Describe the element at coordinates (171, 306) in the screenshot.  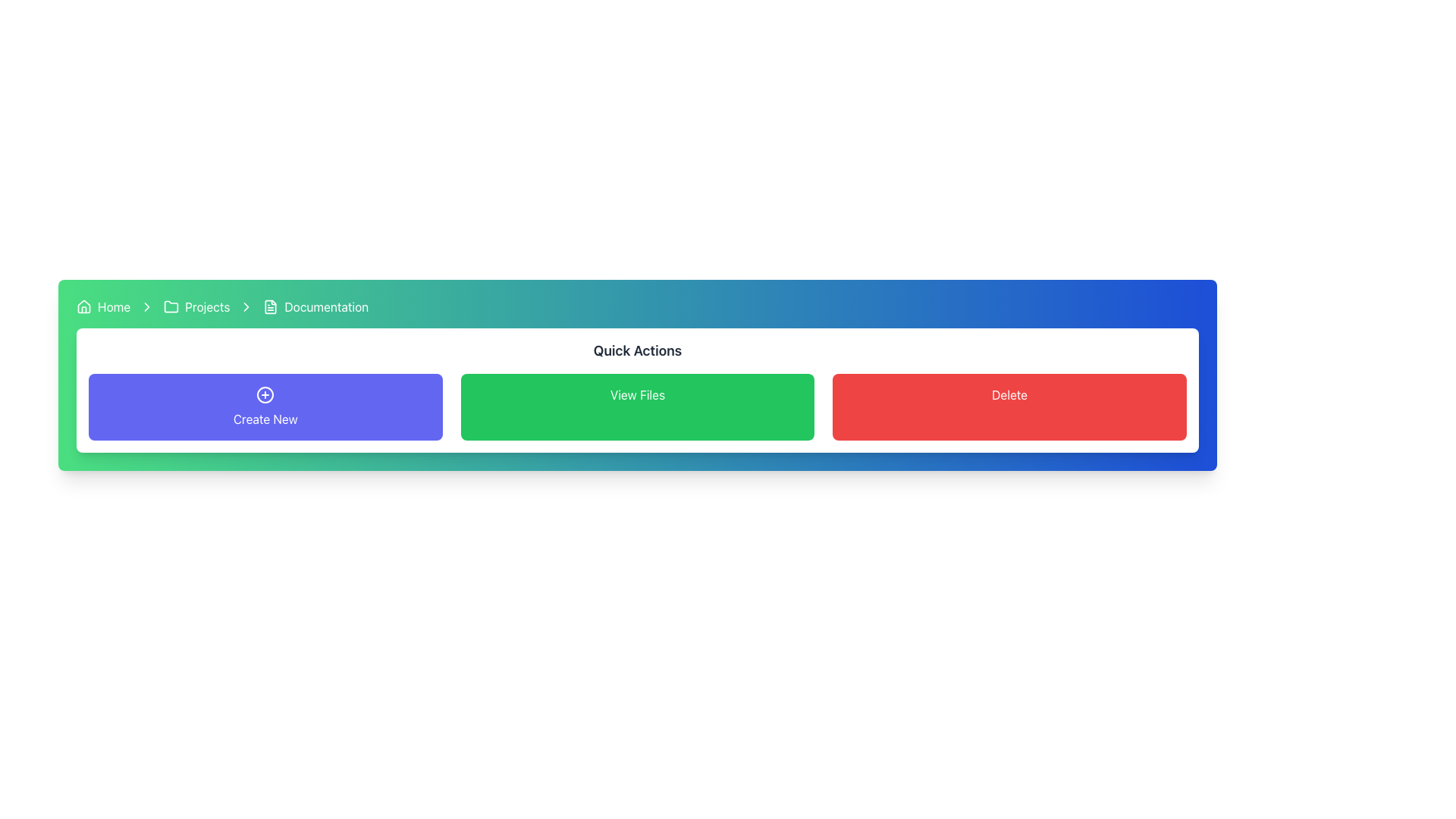
I see `the vibrant green folder icon in the navigation breadcrumb located between the 'Home' icon and the 'Projects' text` at that location.